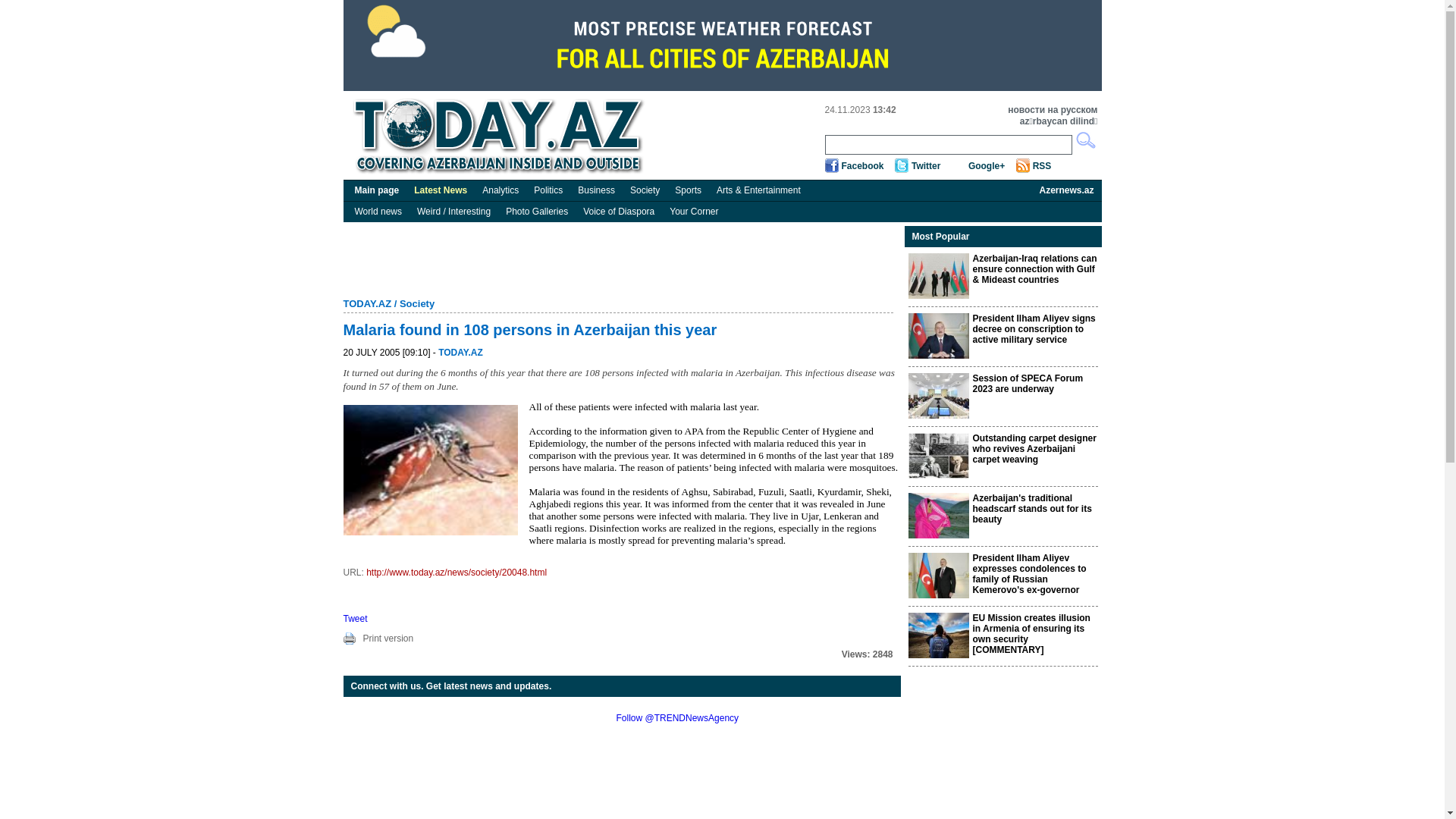 This screenshot has width=1456, height=819. What do you see at coordinates (967, 166) in the screenshot?
I see `'Google+'` at bounding box center [967, 166].